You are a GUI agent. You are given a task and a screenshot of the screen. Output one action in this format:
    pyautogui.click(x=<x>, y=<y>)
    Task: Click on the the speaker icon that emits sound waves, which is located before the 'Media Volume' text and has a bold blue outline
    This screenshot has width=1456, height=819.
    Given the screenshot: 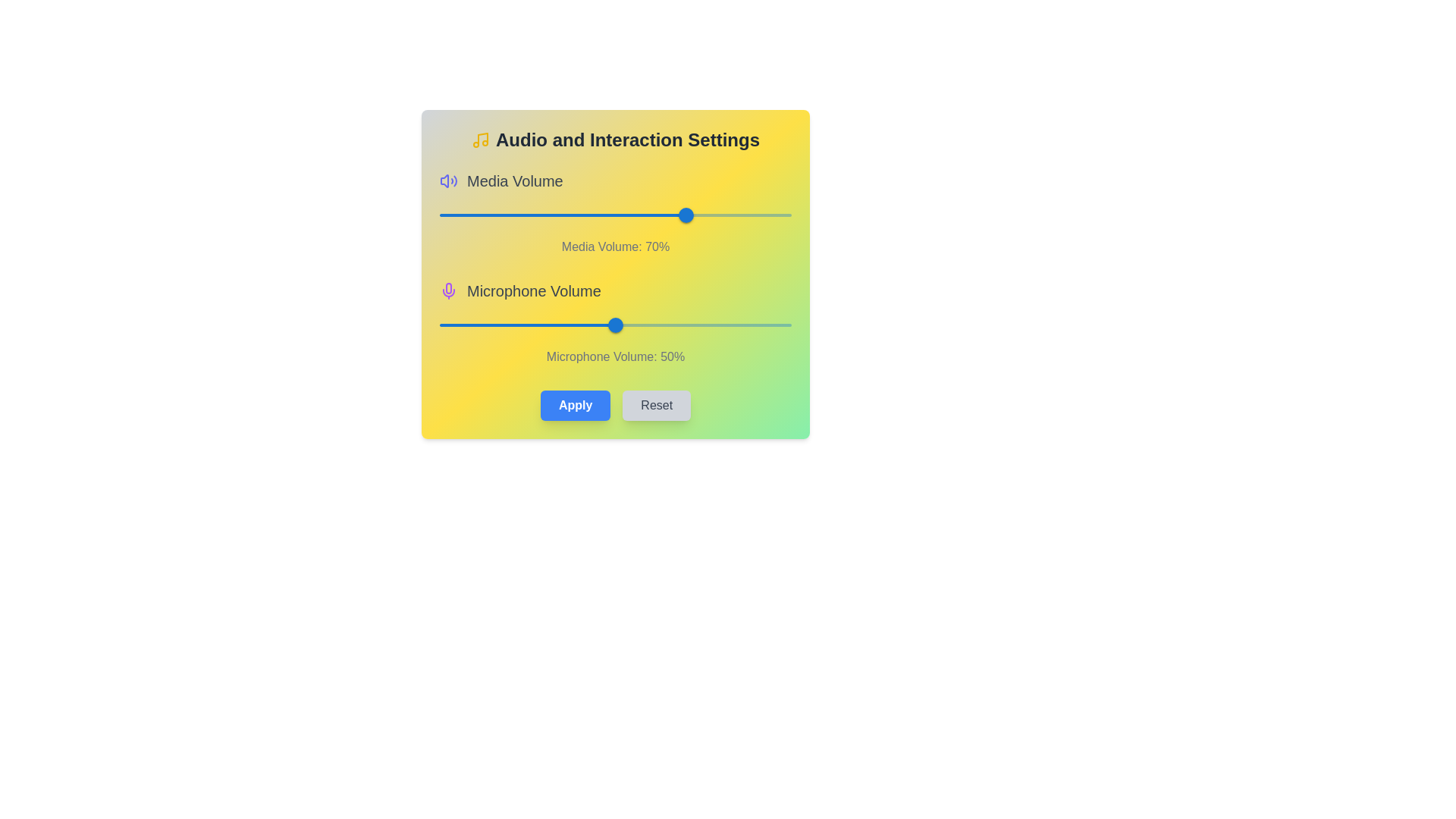 What is the action you would take?
    pyautogui.click(x=447, y=180)
    